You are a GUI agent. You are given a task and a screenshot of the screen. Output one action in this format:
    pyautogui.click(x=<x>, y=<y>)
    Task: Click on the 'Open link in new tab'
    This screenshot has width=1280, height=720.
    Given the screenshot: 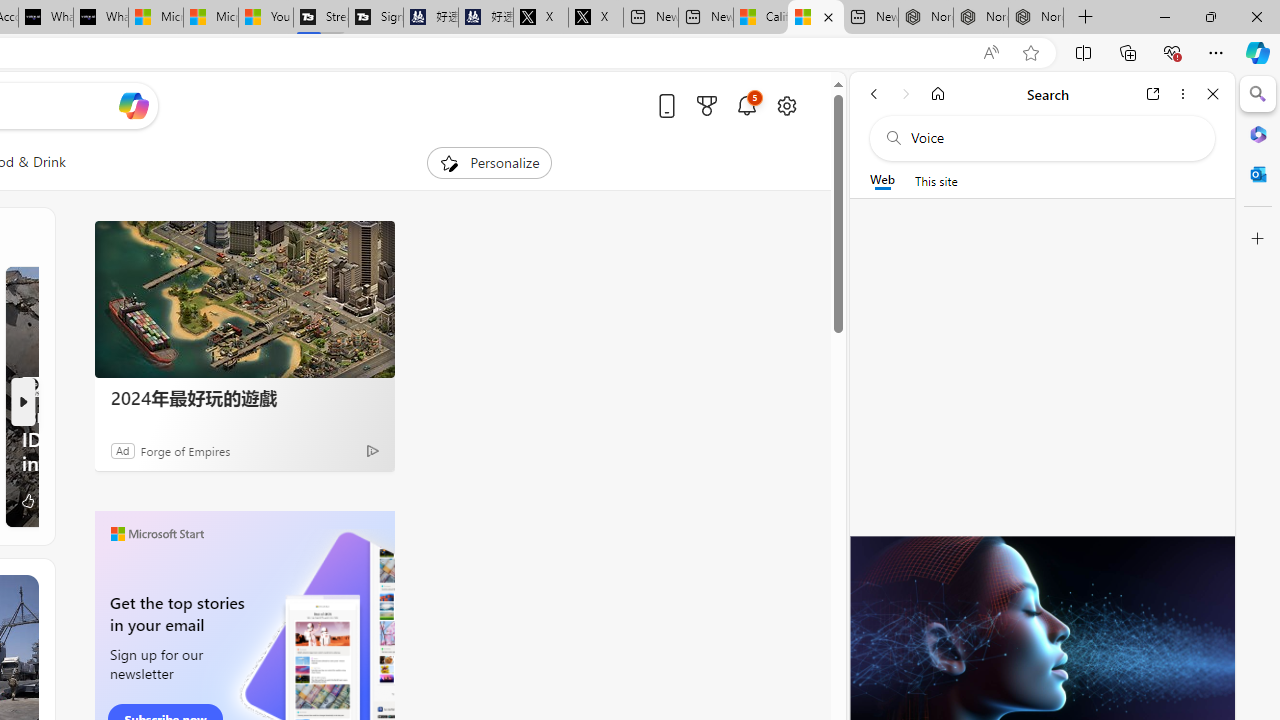 What is the action you would take?
    pyautogui.click(x=1153, y=93)
    